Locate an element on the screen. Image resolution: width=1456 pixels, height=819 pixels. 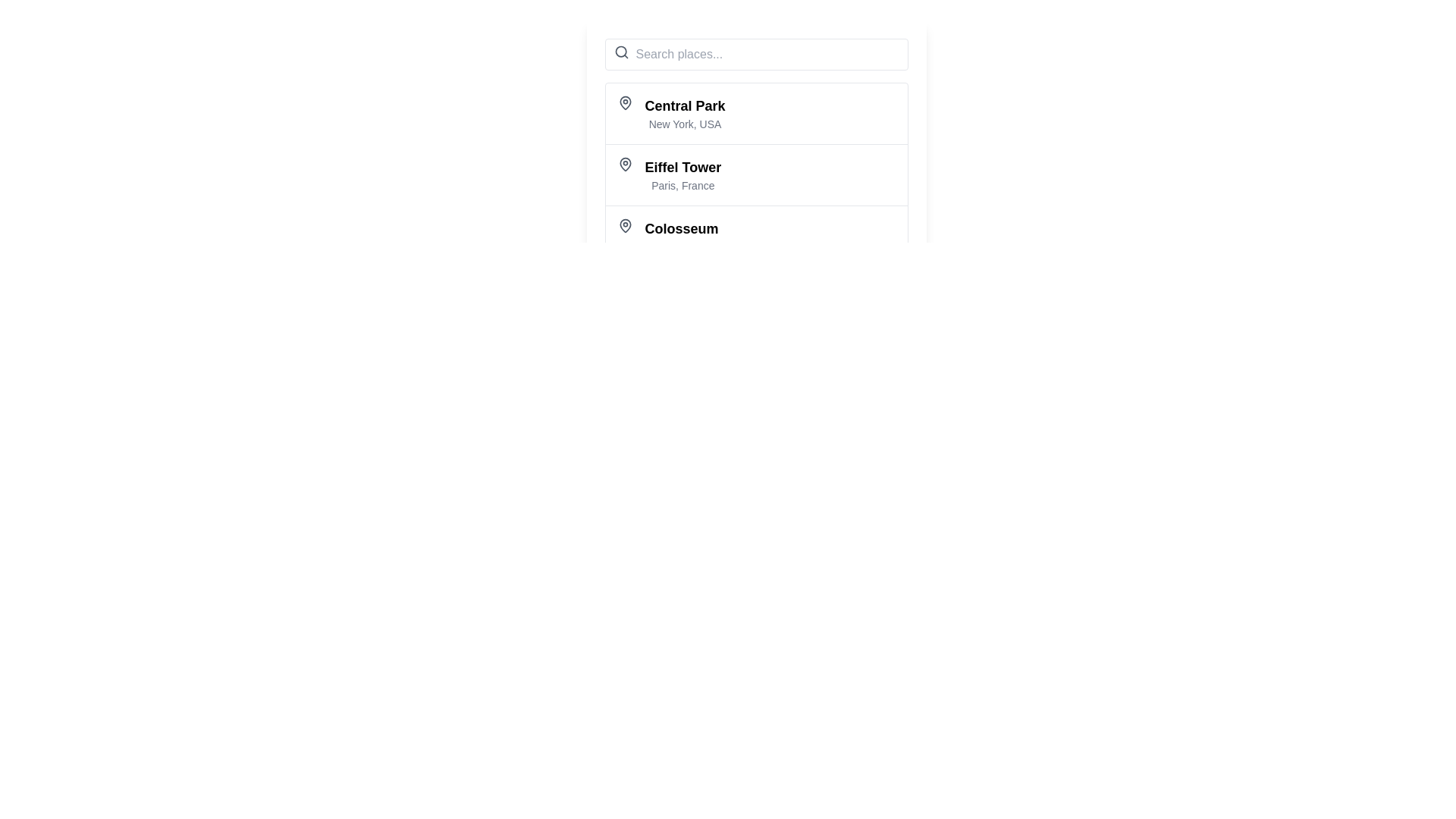
the descriptive text label located directly under the 'Eiffel Tower' title, which provides additional information about the city and country is located at coordinates (682, 185).